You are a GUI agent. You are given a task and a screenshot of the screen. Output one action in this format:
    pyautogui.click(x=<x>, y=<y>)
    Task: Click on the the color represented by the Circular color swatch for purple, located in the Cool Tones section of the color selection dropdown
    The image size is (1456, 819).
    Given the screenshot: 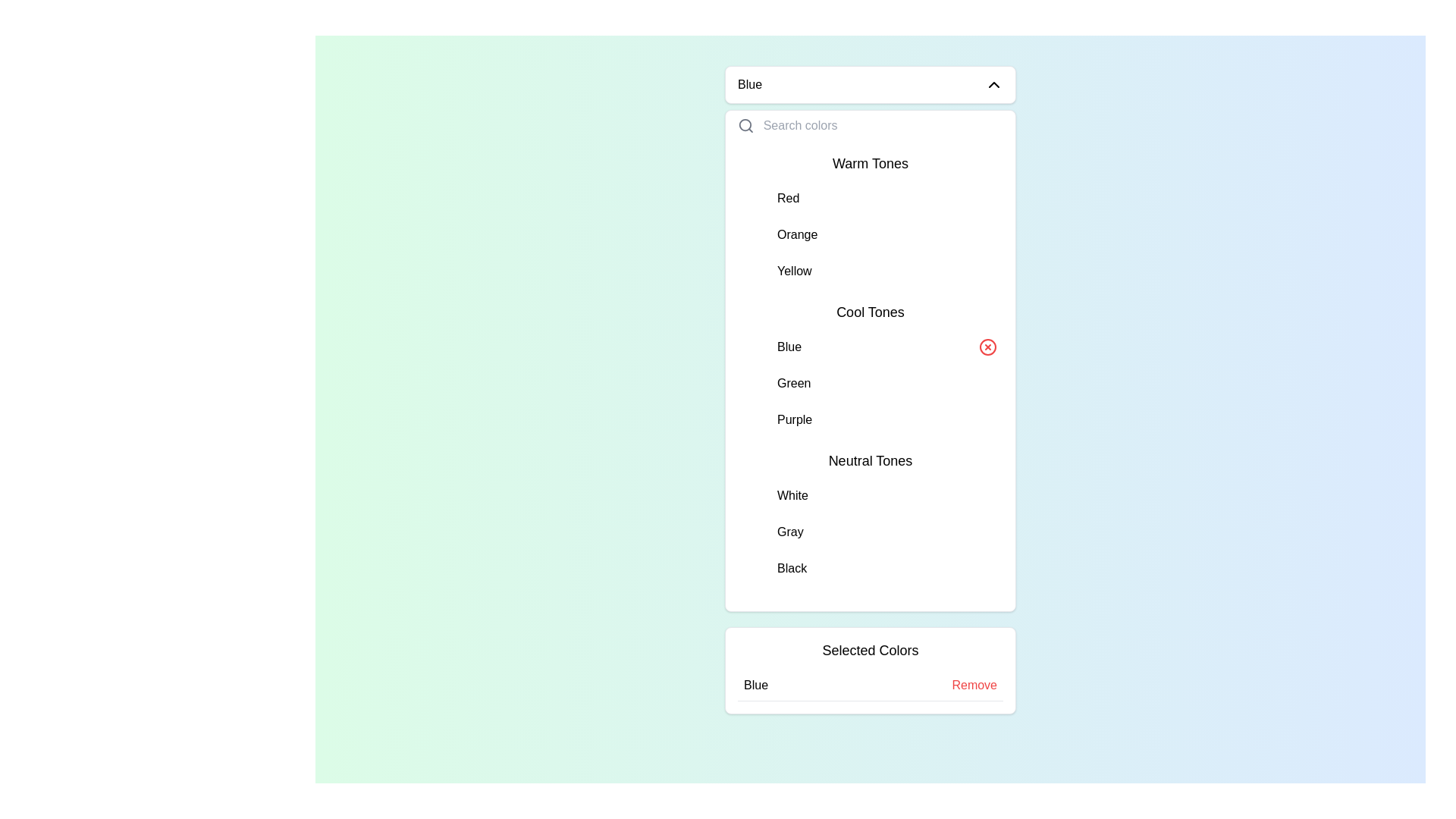 What is the action you would take?
    pyautogui.click(x=756, y=420)
    